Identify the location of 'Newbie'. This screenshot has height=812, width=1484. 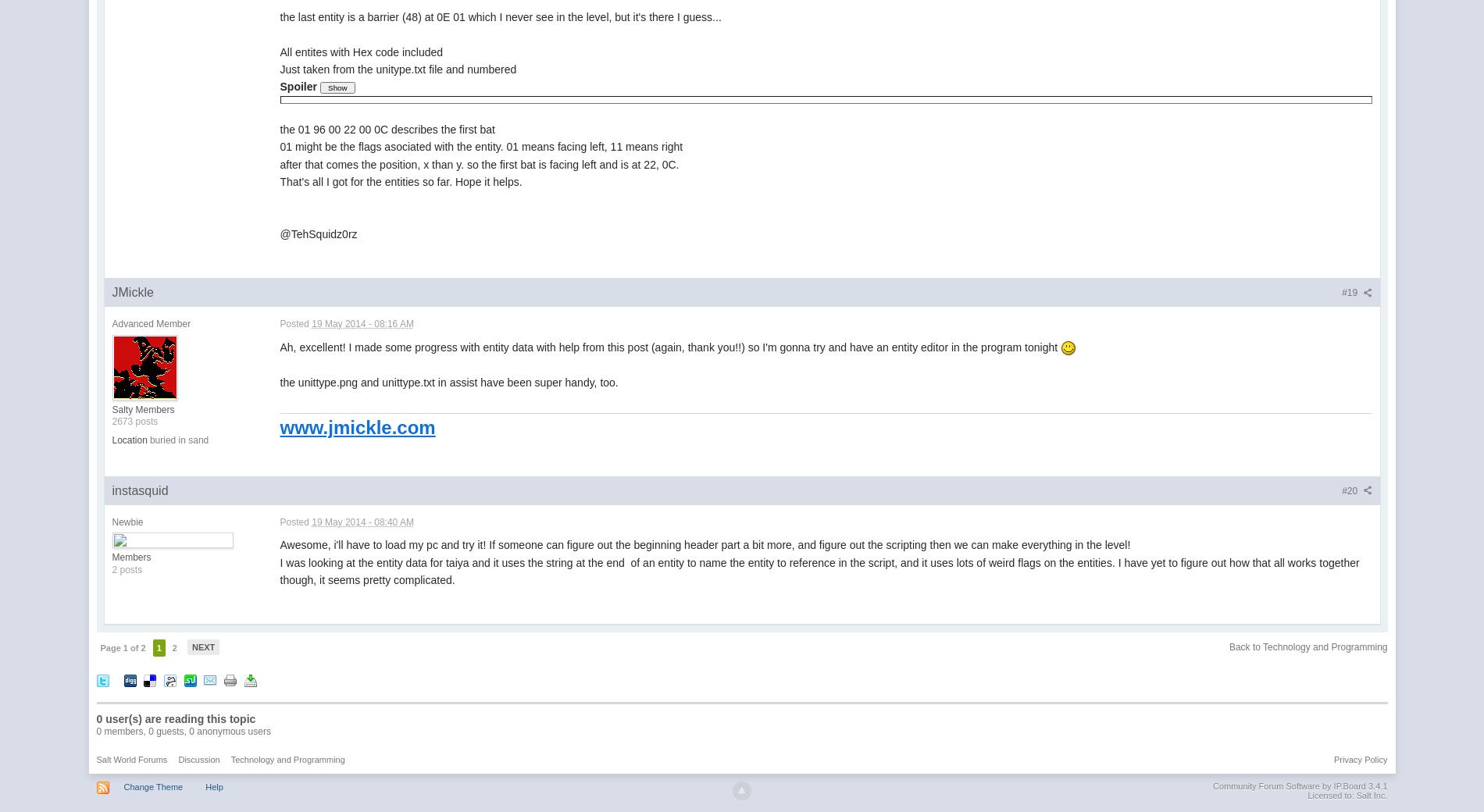
(127, 521).